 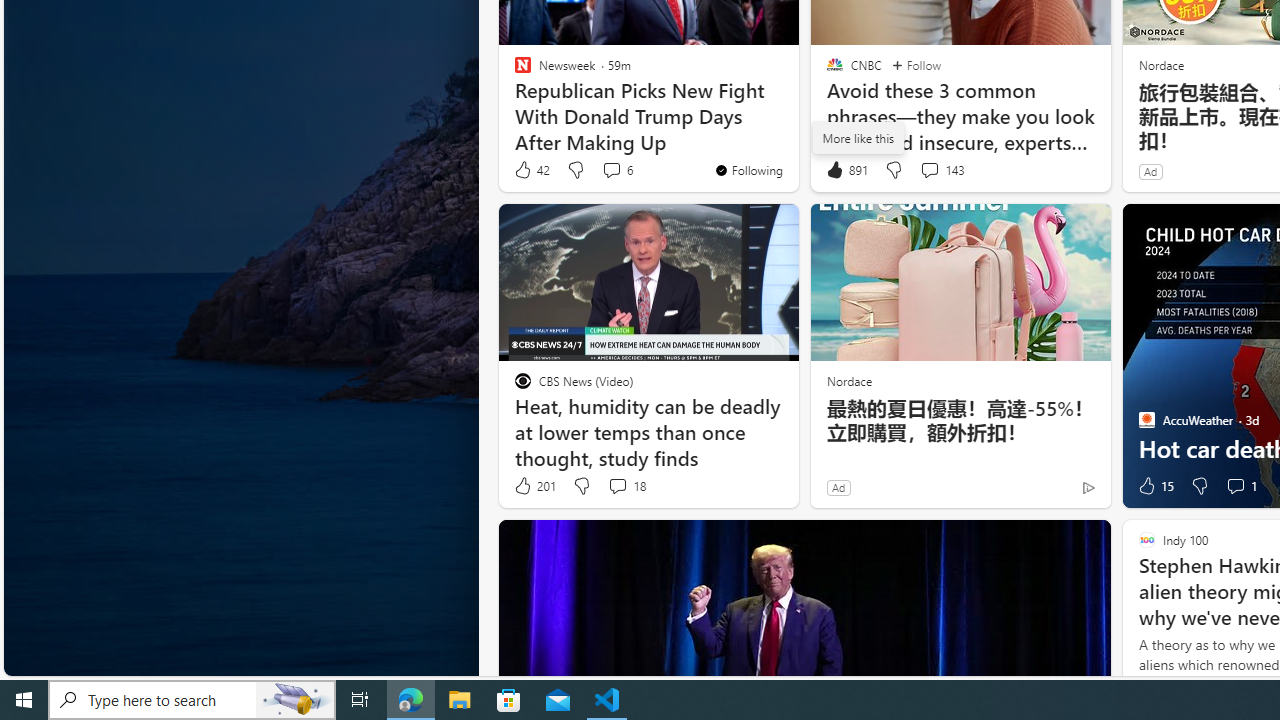 I want to click on '42 Like', so click(x=531, y=169).